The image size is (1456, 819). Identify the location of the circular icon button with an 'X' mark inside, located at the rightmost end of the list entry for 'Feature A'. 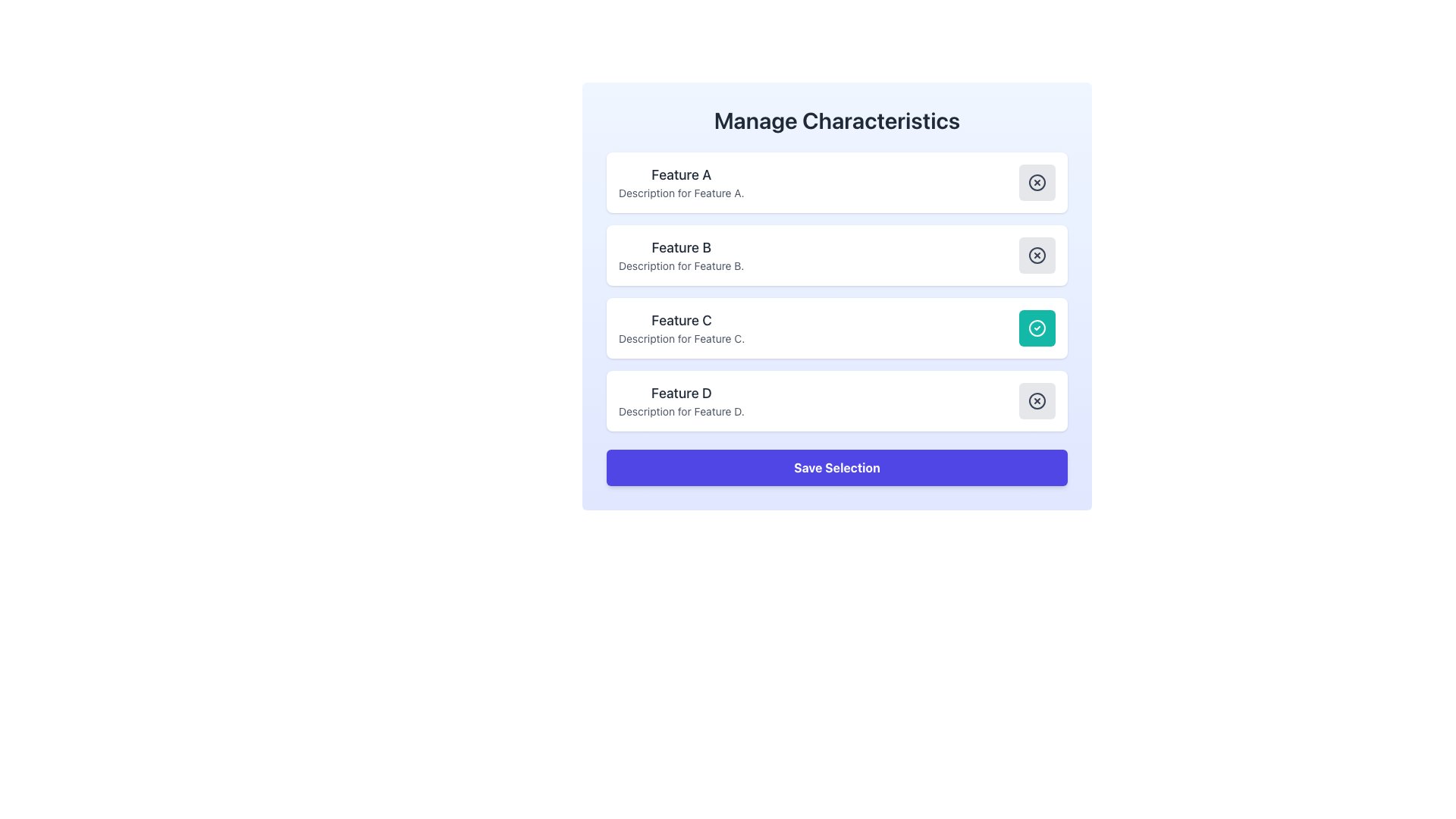
(1037, 181).